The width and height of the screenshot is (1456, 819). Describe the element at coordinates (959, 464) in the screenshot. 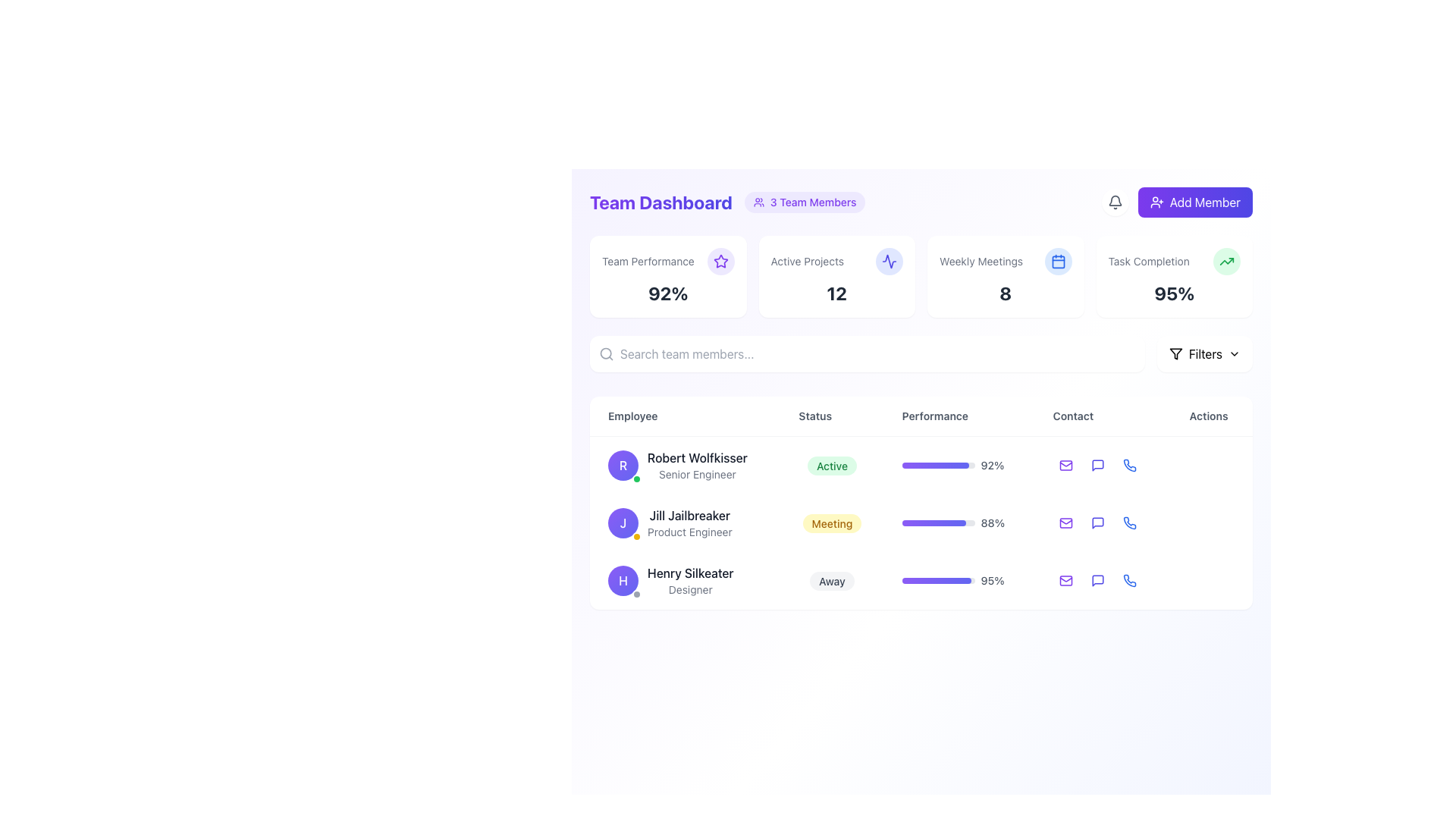

I see `the progress bar indicating '92%' in the 'Performance' column for 'Robert Wolfkisser'` at that location.